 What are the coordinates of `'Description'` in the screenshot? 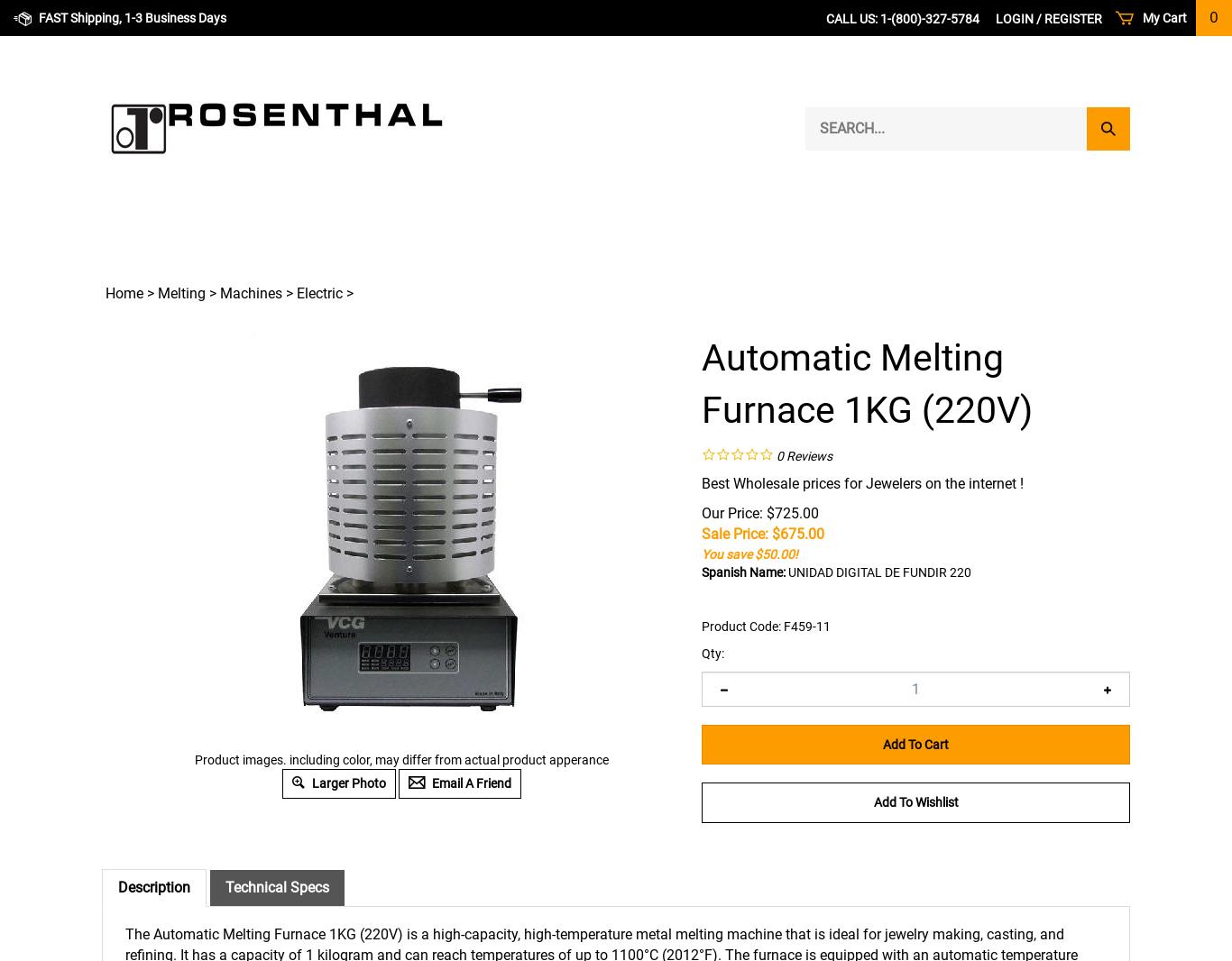 It's located at (153, 887).